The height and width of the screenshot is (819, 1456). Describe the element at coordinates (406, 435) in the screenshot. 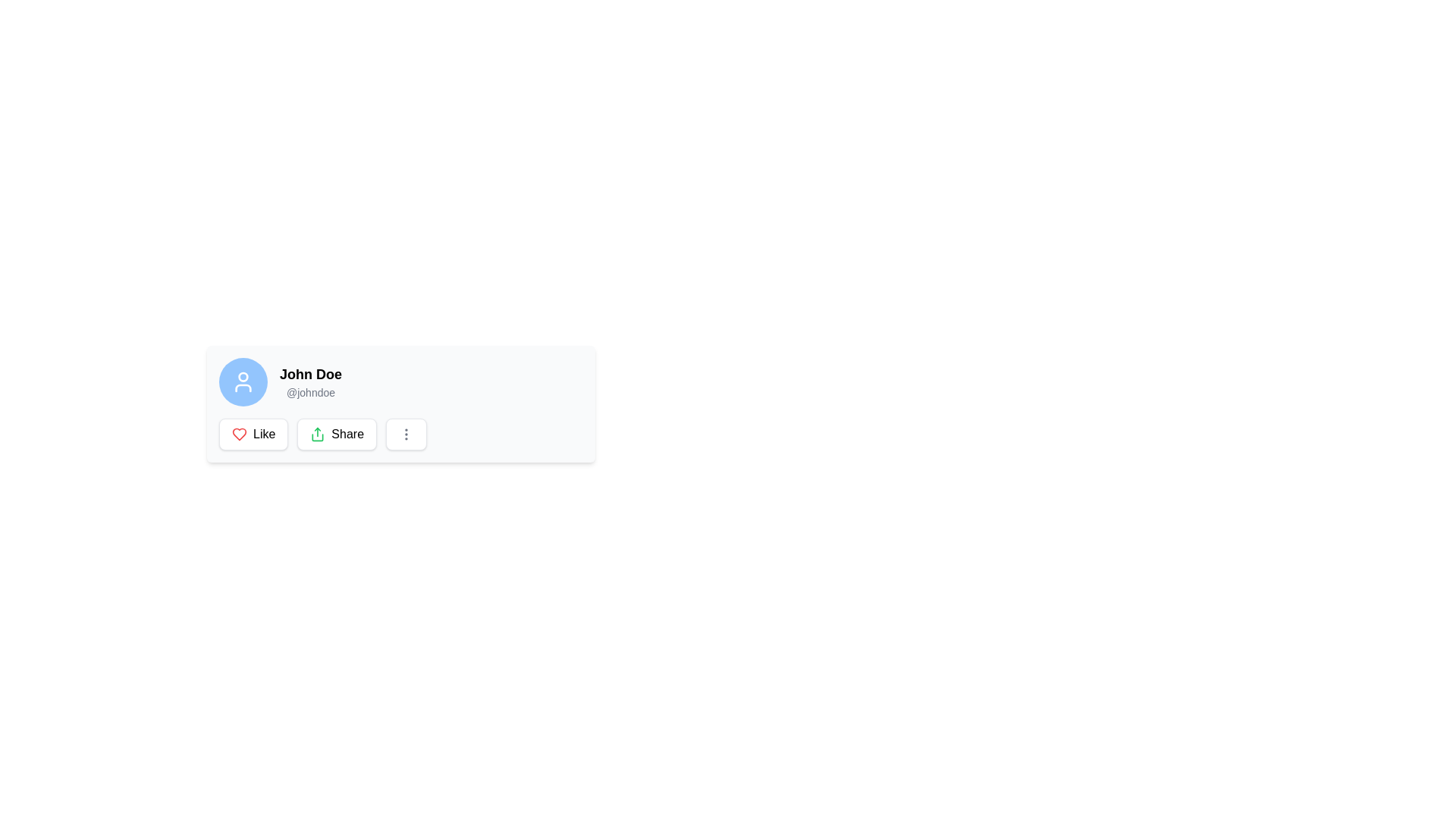

I see `the third interactive button located to the far right of the row containing the 'Like' and 'Share' buttons` at that location.